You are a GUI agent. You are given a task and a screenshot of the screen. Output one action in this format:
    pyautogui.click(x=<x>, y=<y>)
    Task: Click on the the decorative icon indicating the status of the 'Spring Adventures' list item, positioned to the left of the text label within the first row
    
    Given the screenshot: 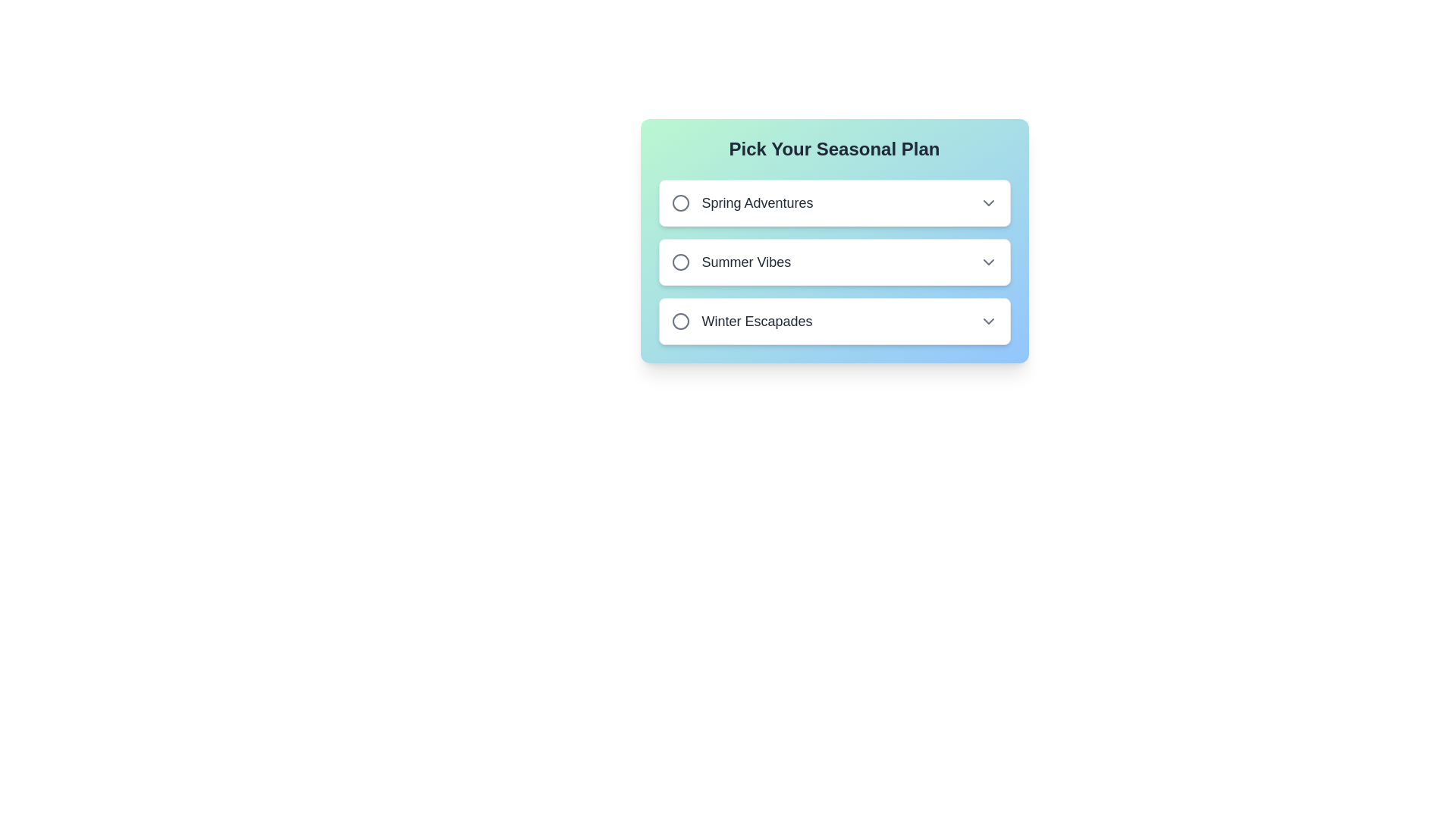 What is the action you would take?
    pyautogui.click(x=679, y=202)
    